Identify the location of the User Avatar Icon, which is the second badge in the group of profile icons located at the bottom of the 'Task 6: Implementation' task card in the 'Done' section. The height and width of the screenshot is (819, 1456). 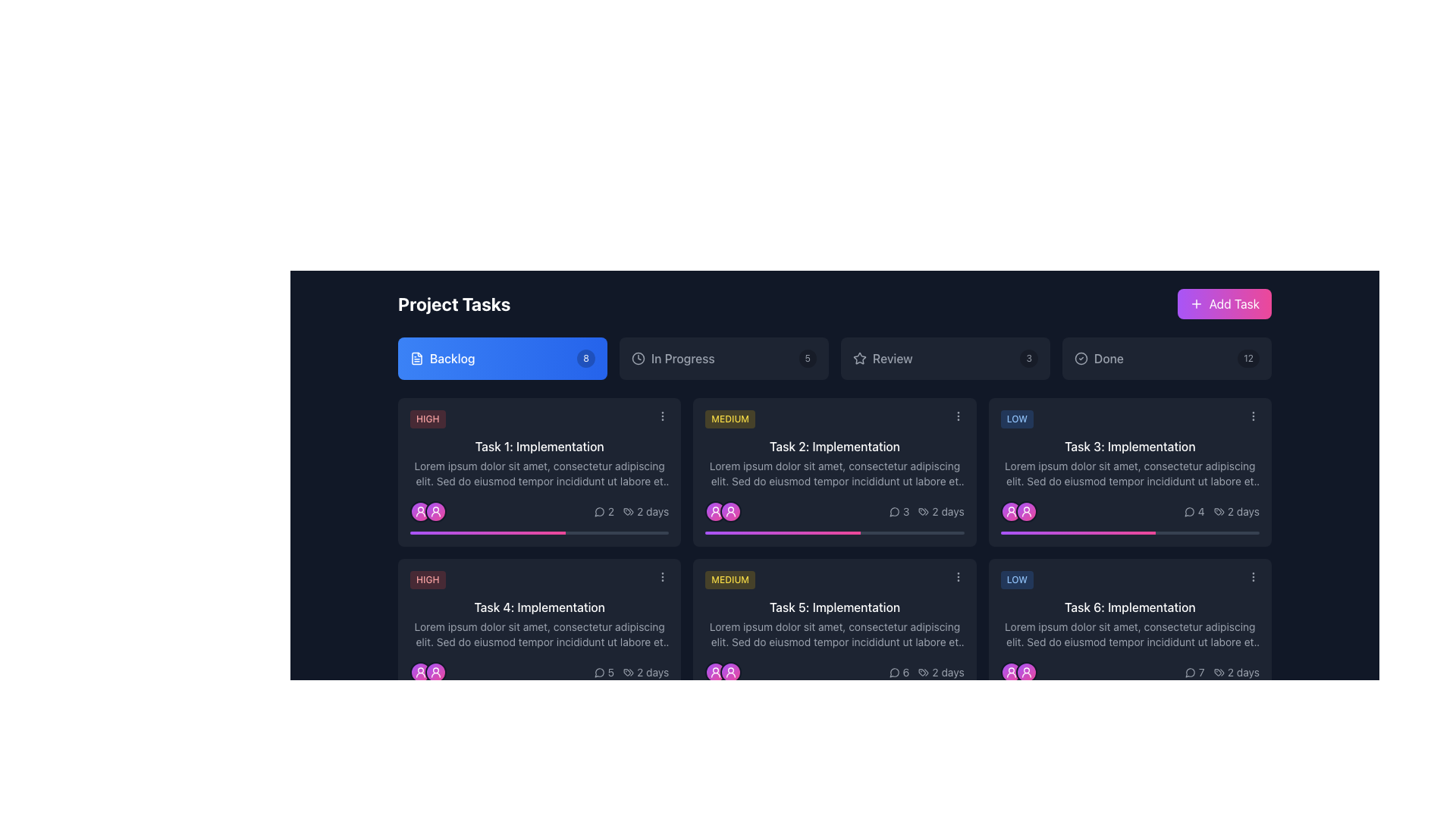
(1026, 672).